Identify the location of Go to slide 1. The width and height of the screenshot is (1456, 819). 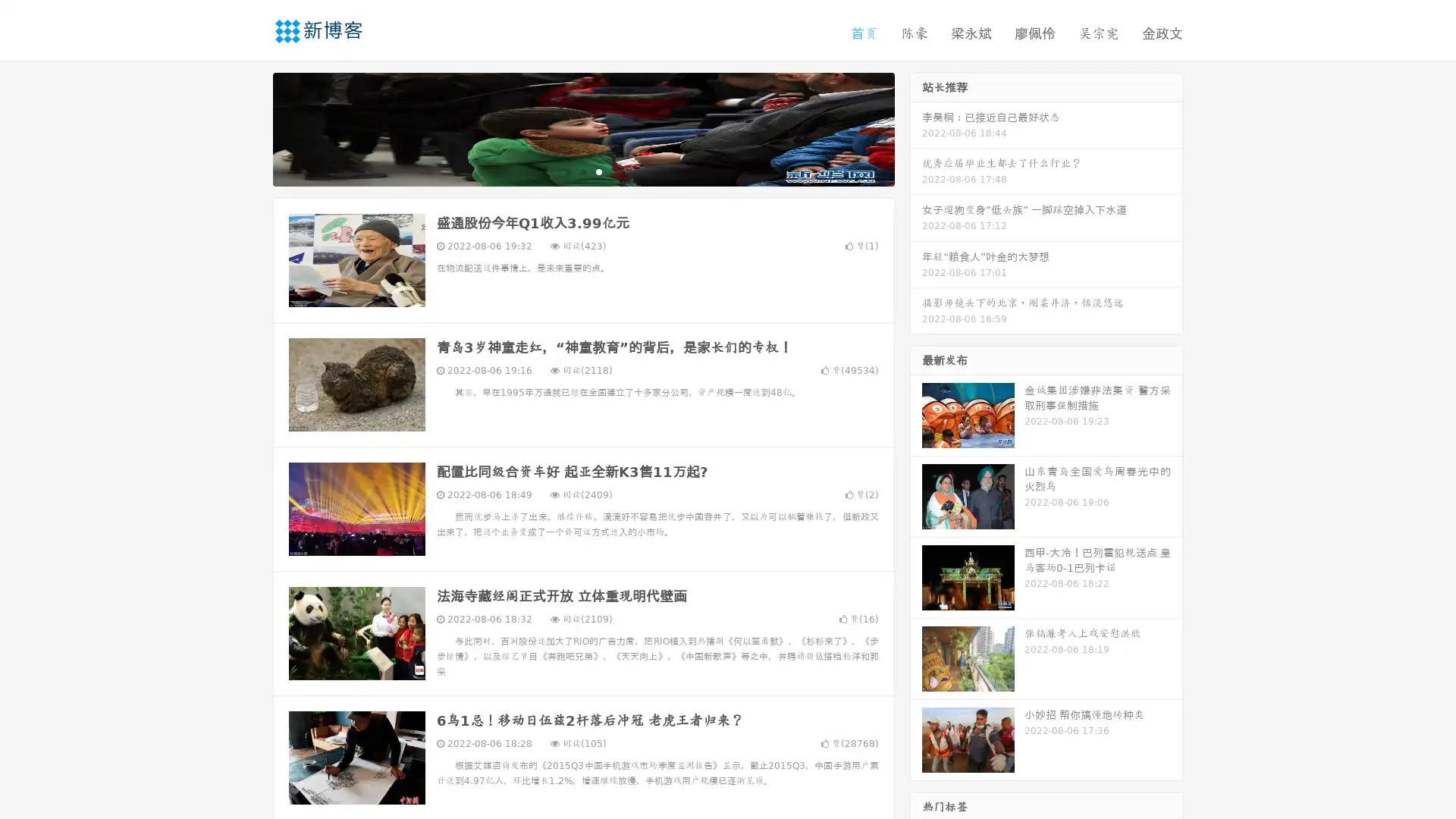
(567, 171).